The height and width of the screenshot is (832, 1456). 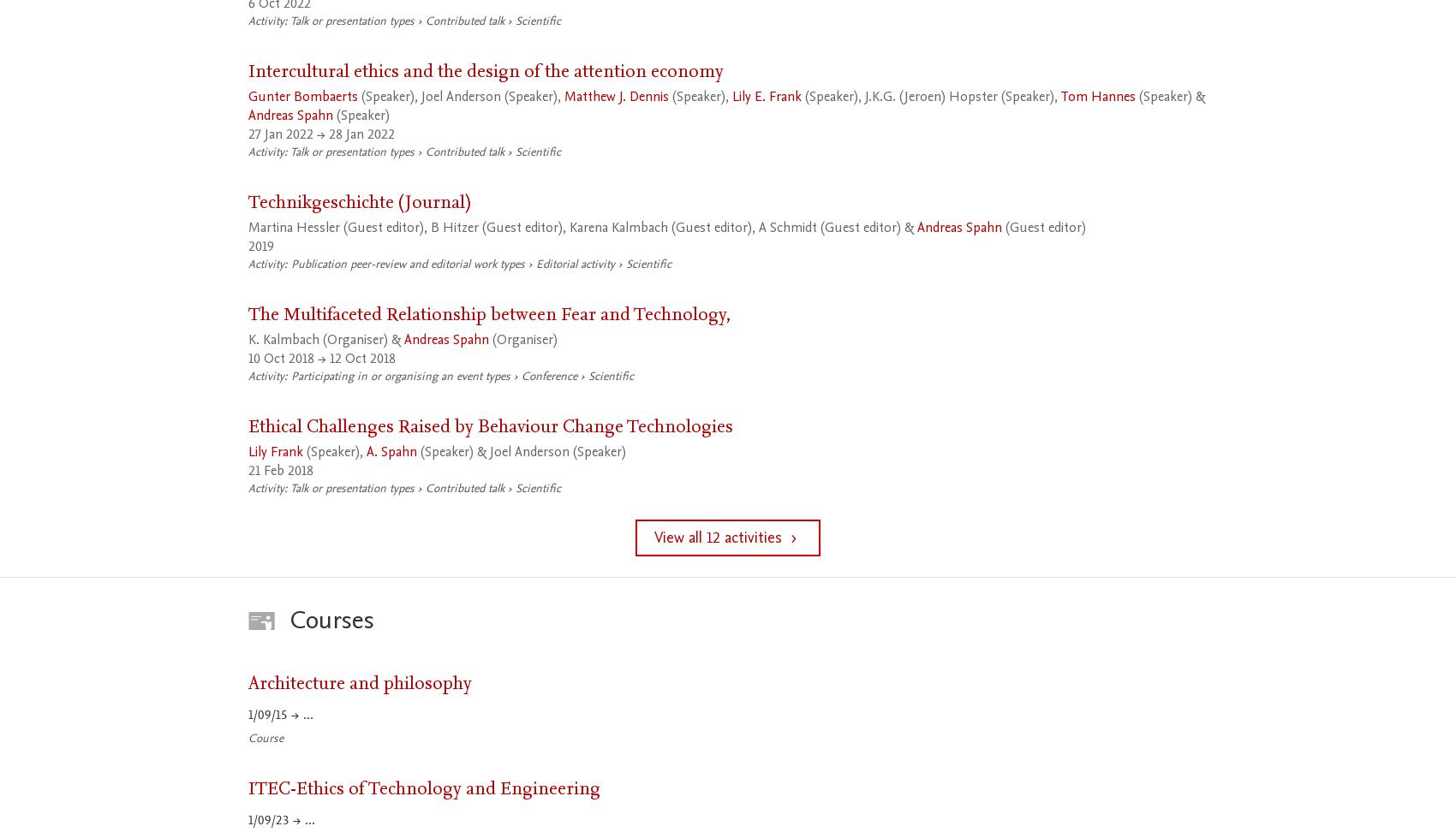 I want to click on '27 Jan 2022', so click(x=279, y=134).